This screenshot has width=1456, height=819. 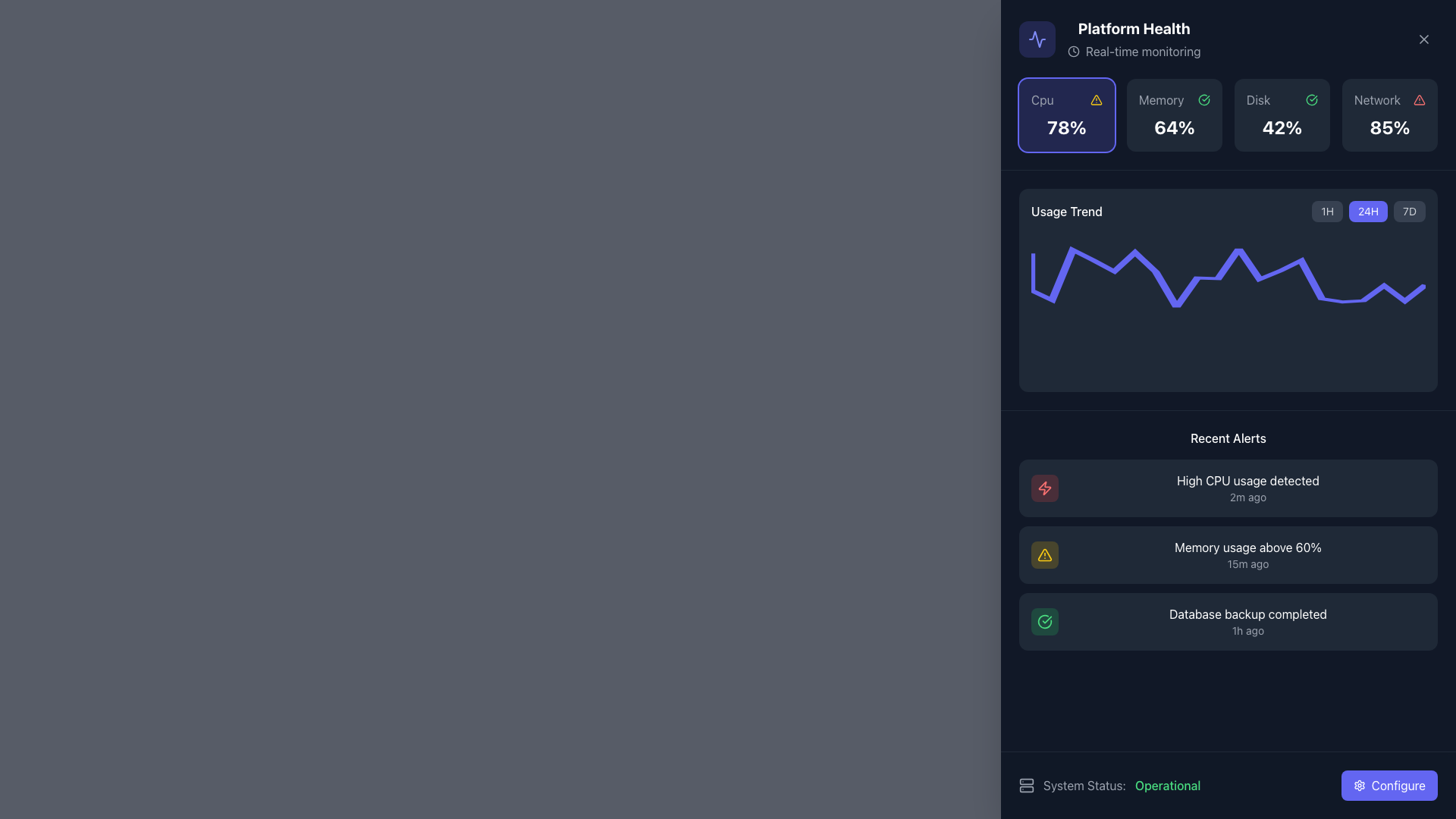 I want to click on displayed text 'Platform Health' from the text label located at the top of the side panel on the right-hand side of the interface, so click(x=1134, y=29).